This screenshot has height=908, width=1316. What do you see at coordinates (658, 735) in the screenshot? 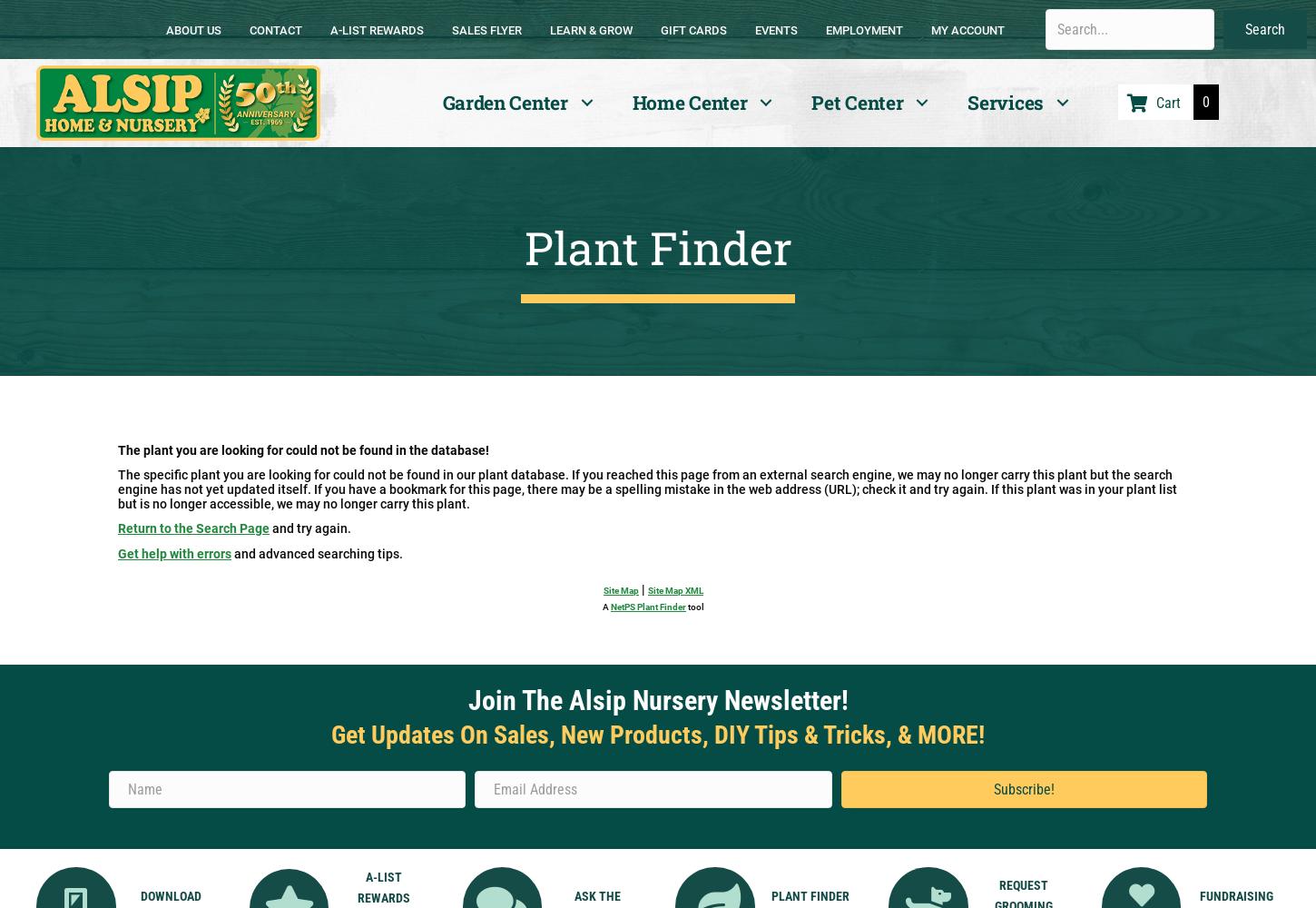
I see `'Get Updates on Sales, New Products, DIY Tips & Tricks, & MORE!'` at bounding box center [658, 735].